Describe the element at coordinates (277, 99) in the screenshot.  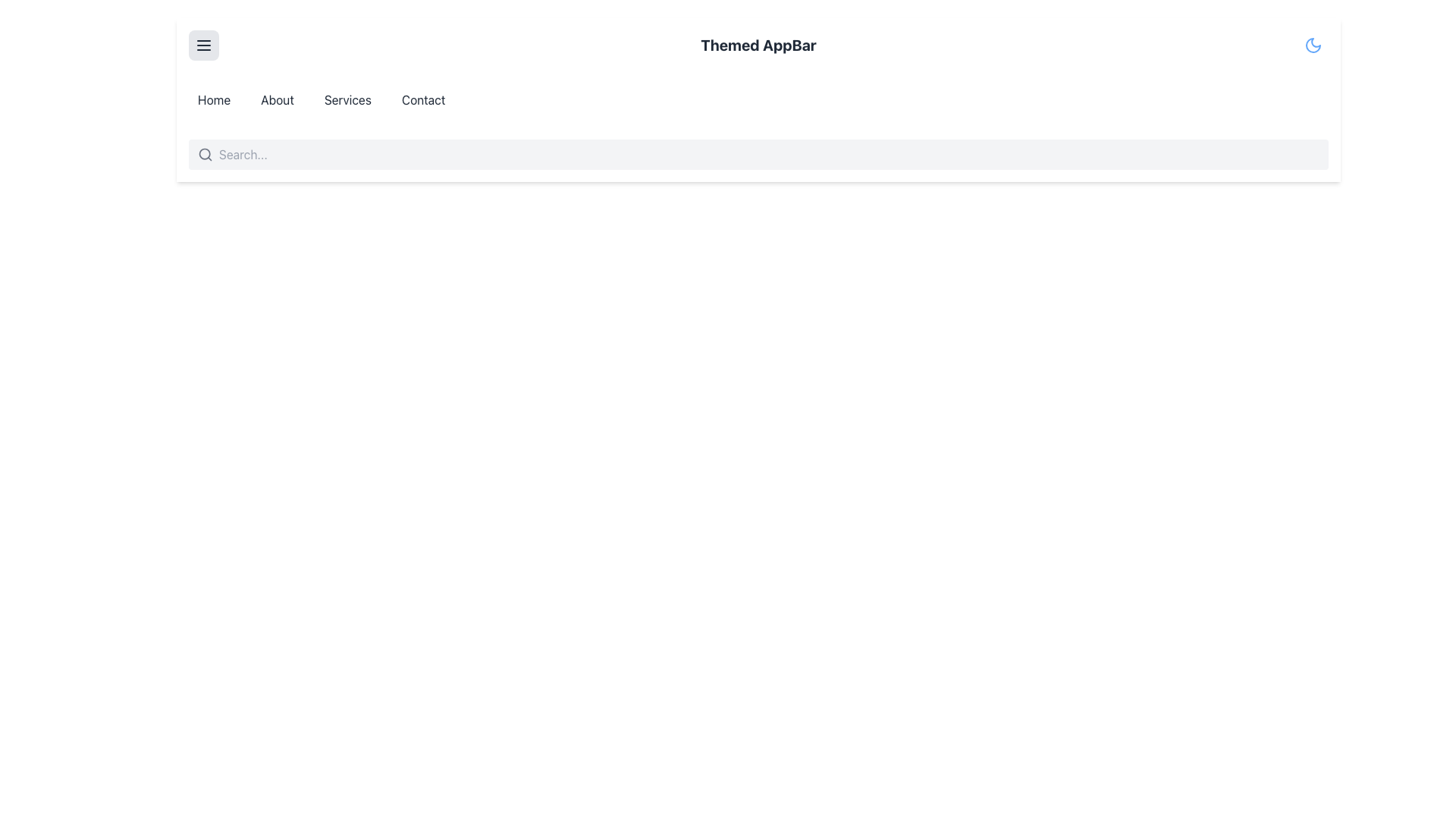
I see `the 'About' button in the navigation menu to change its appearance` at that location.